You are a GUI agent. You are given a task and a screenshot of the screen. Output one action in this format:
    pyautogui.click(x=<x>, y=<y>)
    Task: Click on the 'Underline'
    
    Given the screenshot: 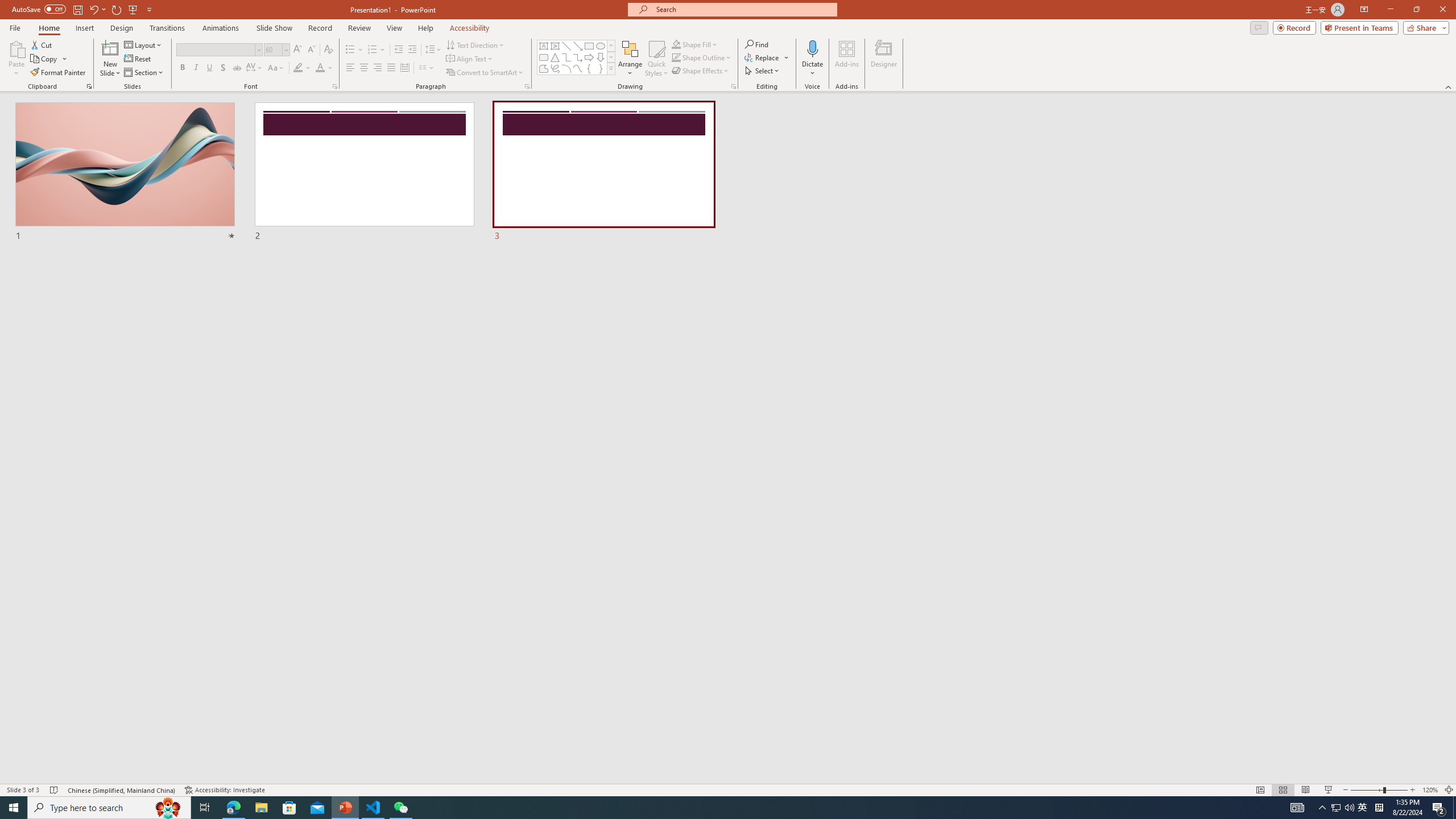 What is the action you would take?
    pyautogui.click(x=209, y=67)
    